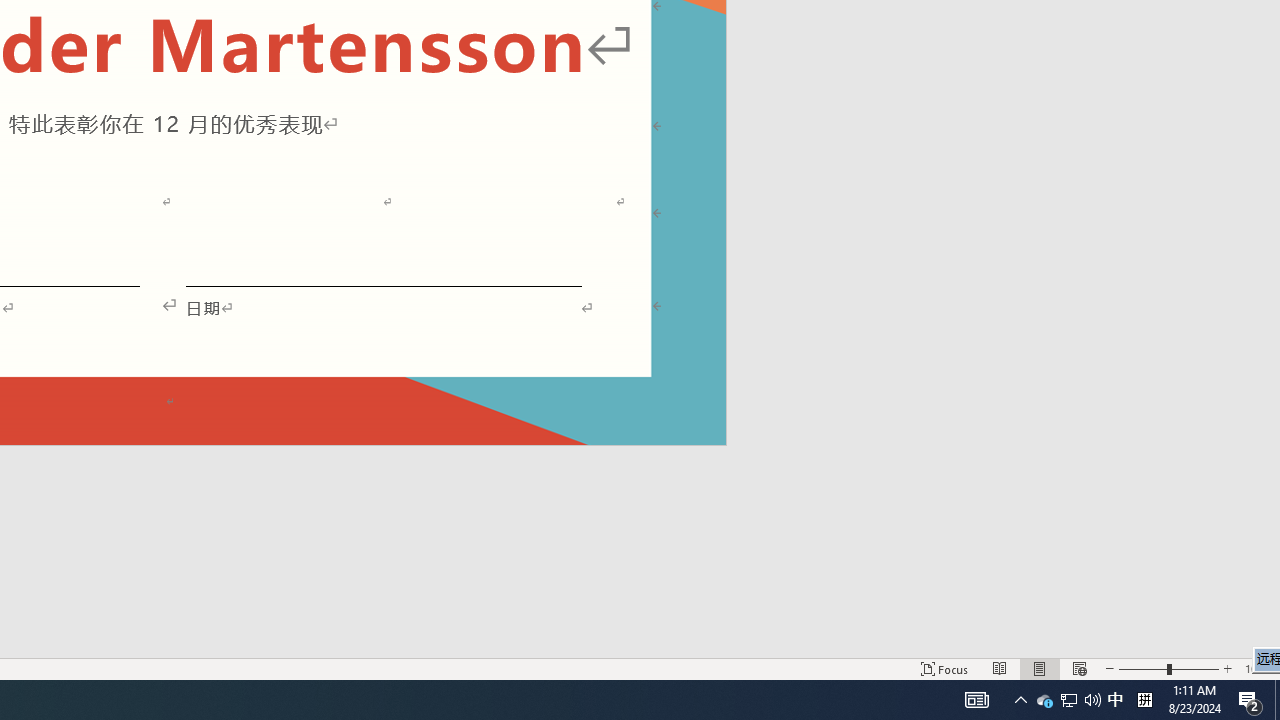 This screenshot has width=1280, height=720. I want to click on 'Zoom In', so click(1226, 669).